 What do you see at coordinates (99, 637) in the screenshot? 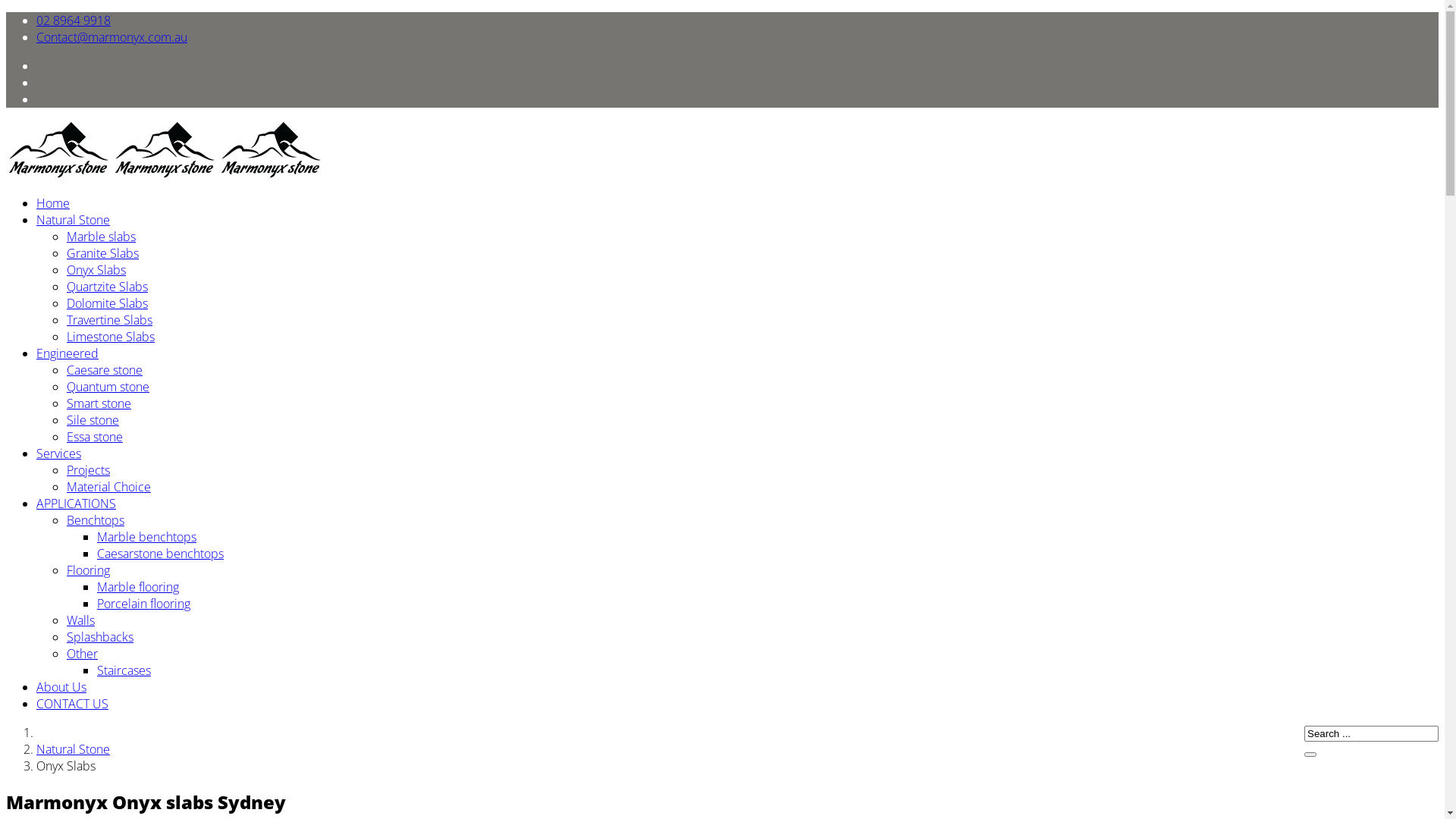
I see `'Splashbacks'` at bounding box center [99, 637].